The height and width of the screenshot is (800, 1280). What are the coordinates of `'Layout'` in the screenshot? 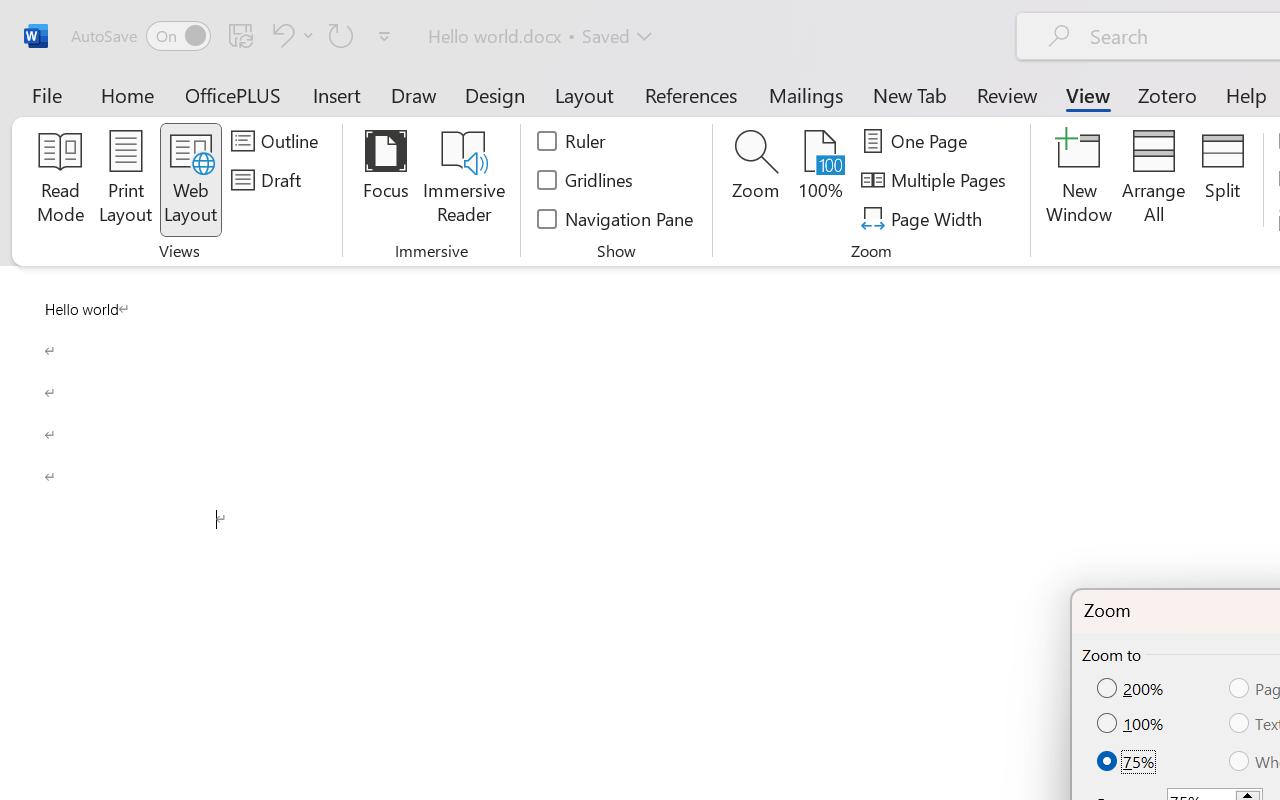 It's located at (583, 94).